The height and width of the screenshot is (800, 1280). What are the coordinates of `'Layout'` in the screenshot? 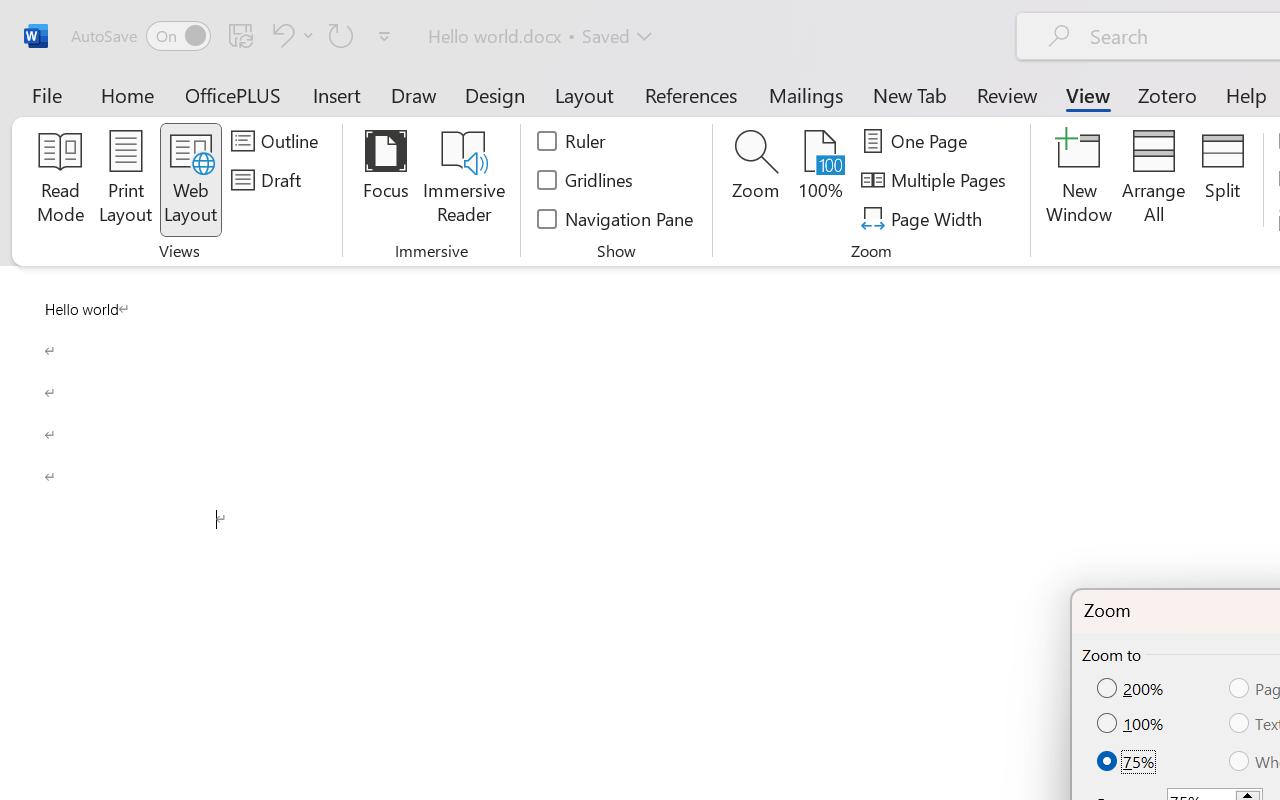 It's located at (583, 94).